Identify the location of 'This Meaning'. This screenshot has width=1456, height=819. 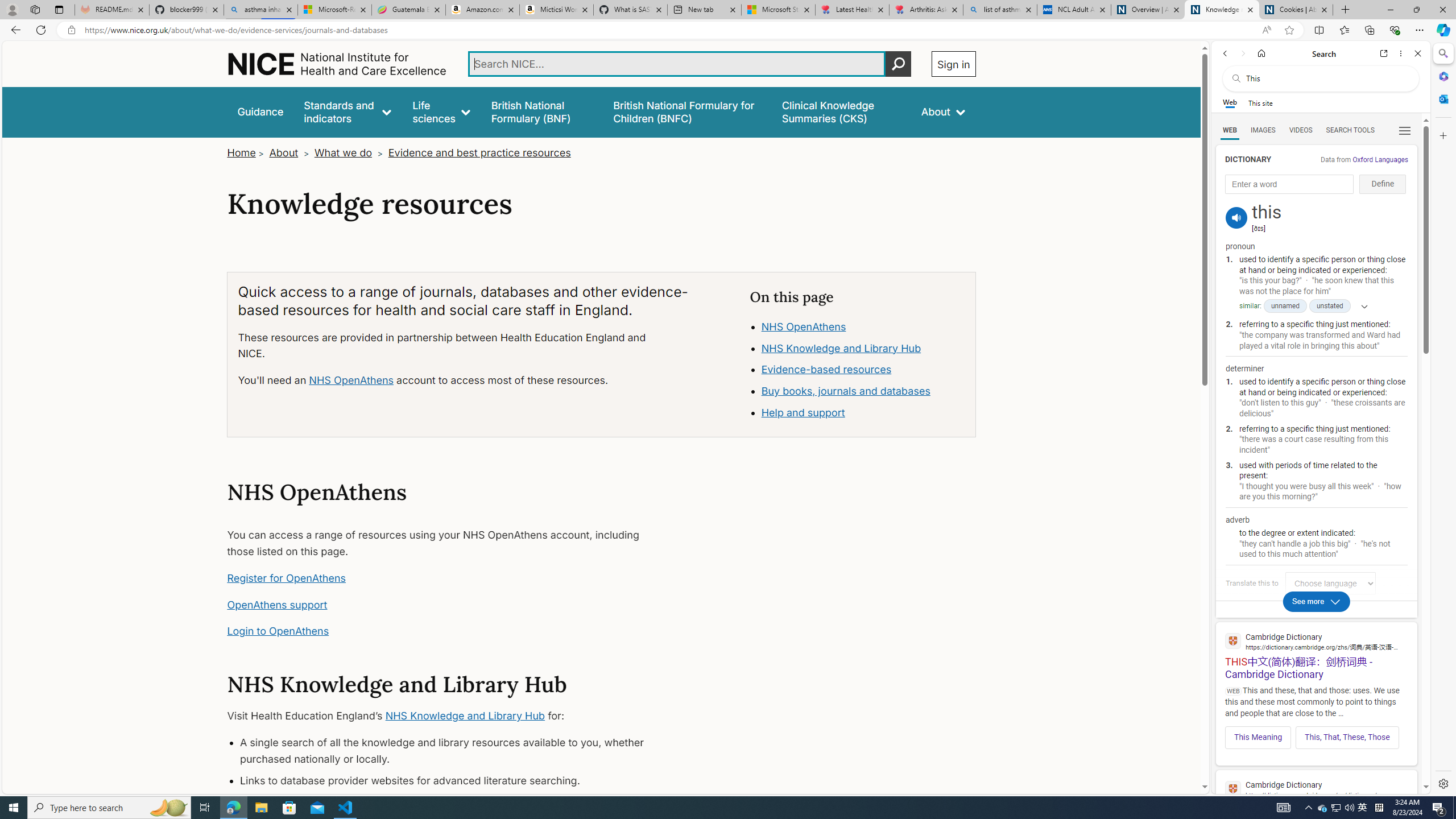
(1259, 737).